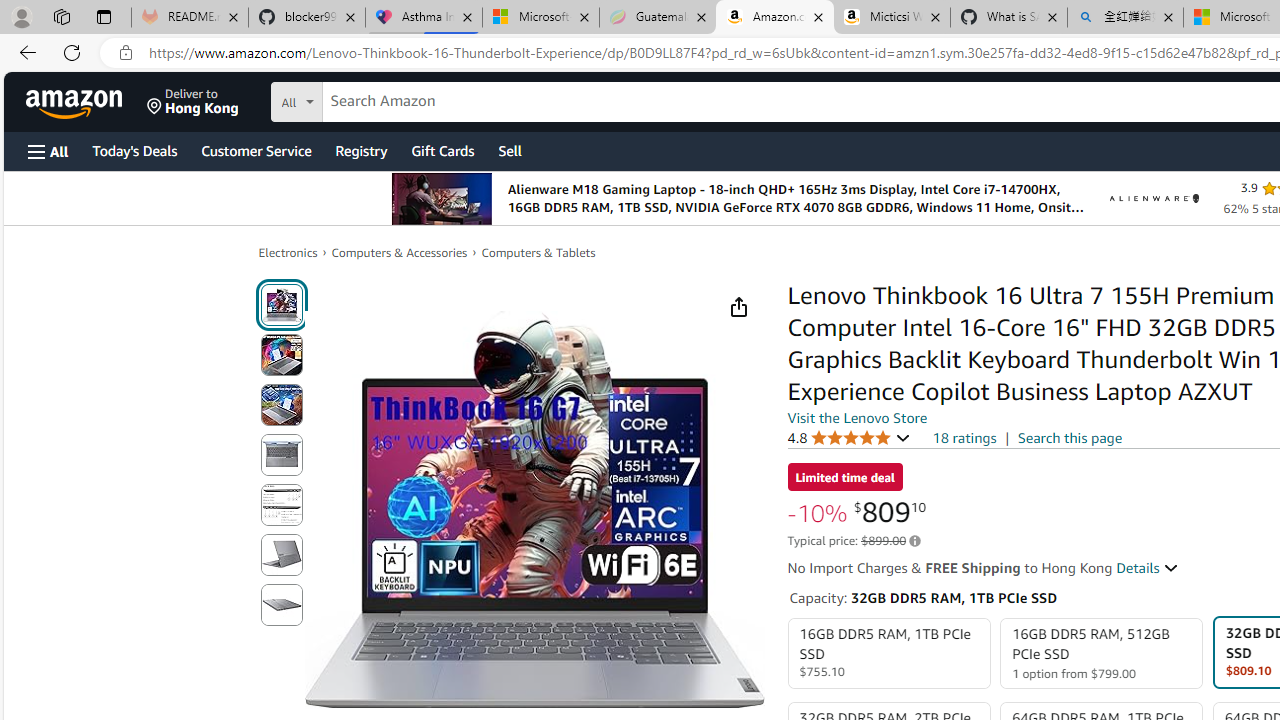 Image resolution: width=1280 pixels, height=720 pixels. What do you see at coordinates (287, 252) in the screenshot?
I see `'Electronics'` at bounding box center [287, 252].